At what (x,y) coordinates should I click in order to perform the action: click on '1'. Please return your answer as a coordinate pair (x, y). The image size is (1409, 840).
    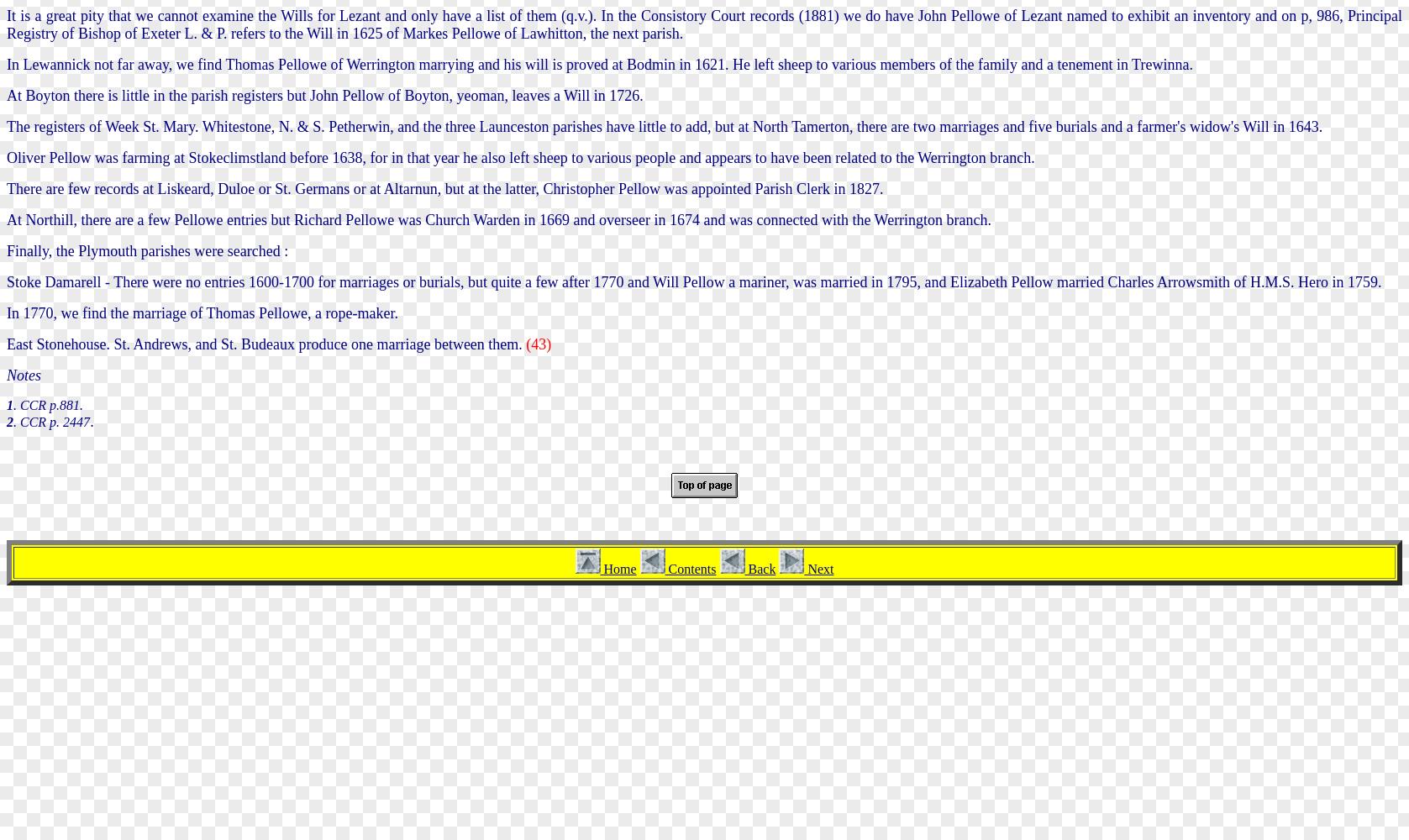
    Looking at the image, I should click on (7, 403).